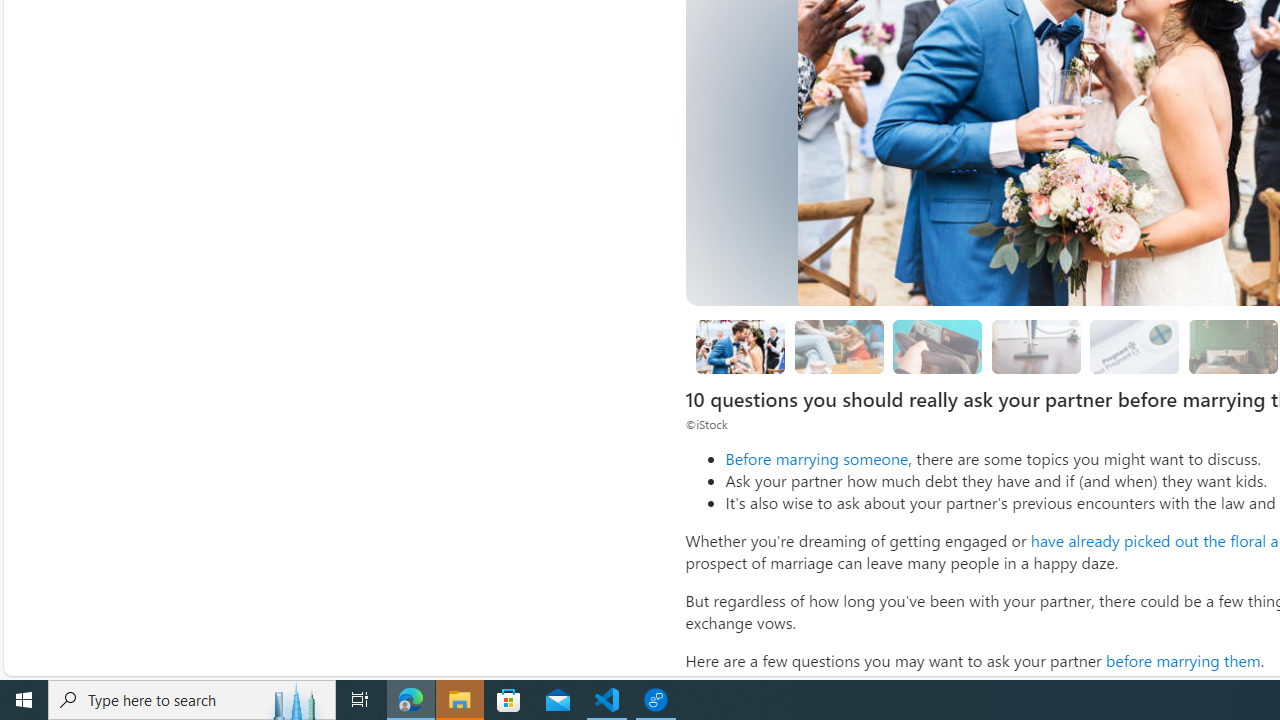 The width and height of the screenshot is (1280, 720). Describe the element at coordinates (1134, 342) in the screenshot. I see `'Class: progress'` at that location.